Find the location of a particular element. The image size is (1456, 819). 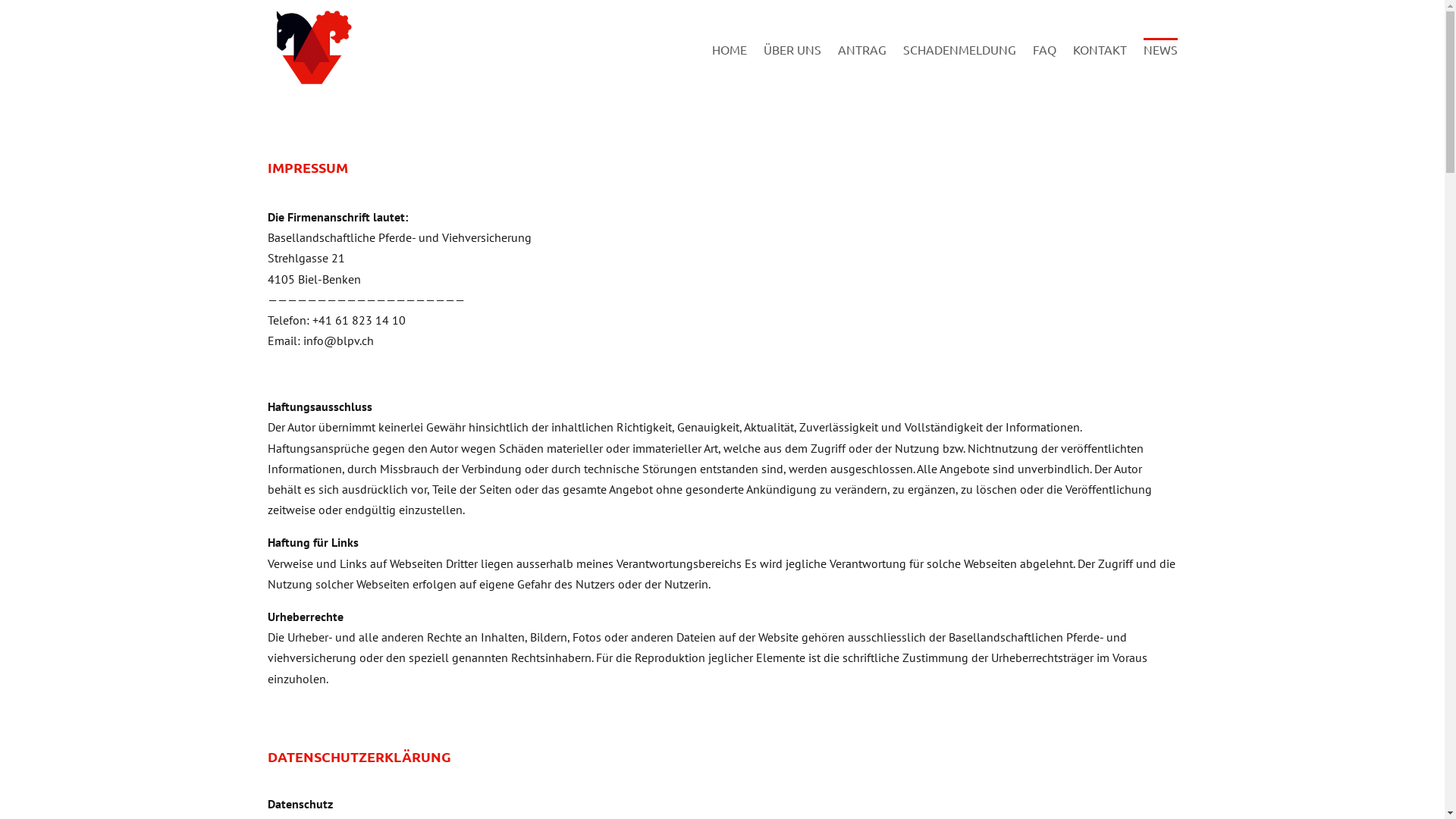

'FAQ' is located at coordinates (1043, 67).